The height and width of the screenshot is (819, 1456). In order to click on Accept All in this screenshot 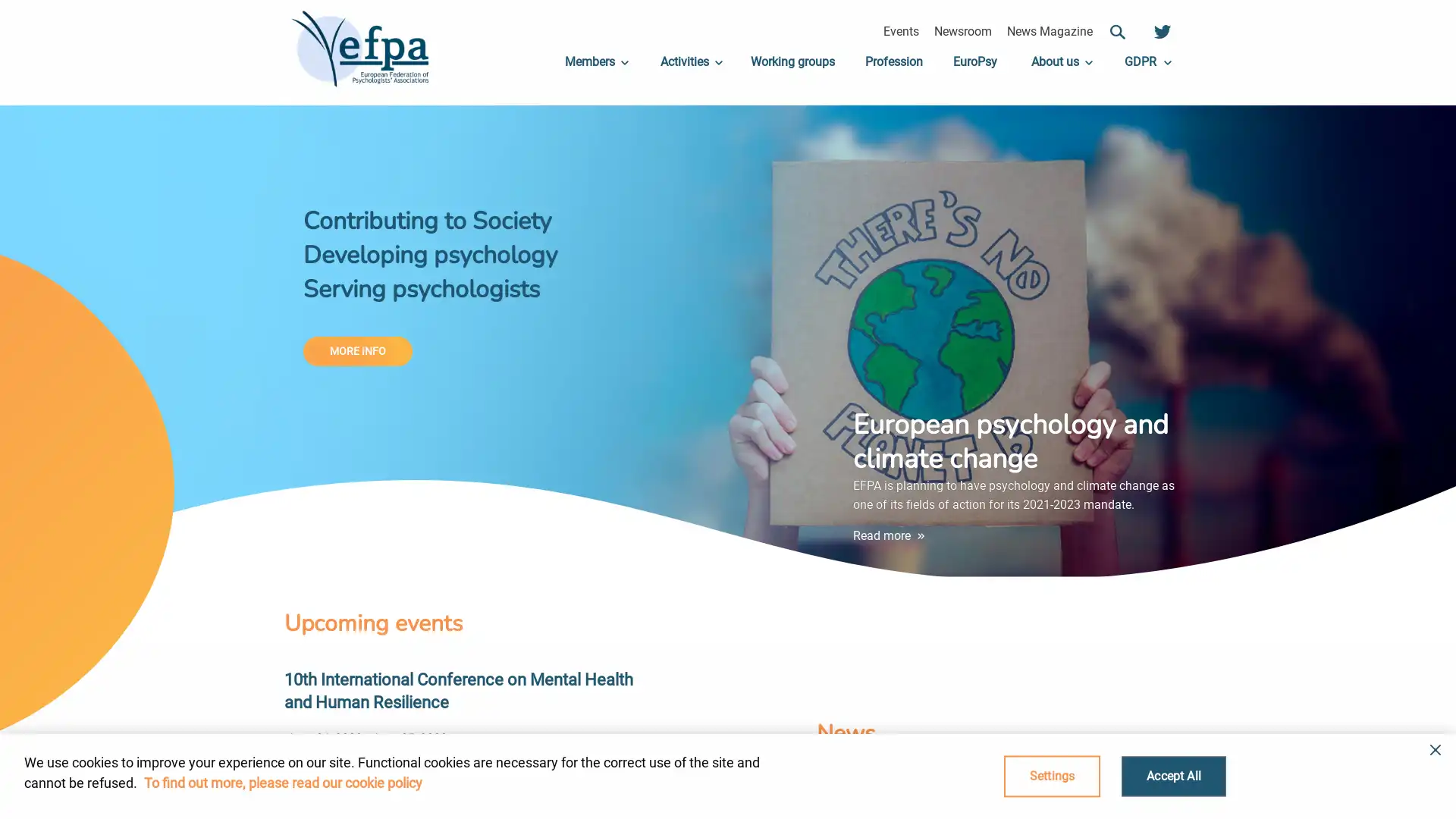, I will do `click(1172, 776)`.